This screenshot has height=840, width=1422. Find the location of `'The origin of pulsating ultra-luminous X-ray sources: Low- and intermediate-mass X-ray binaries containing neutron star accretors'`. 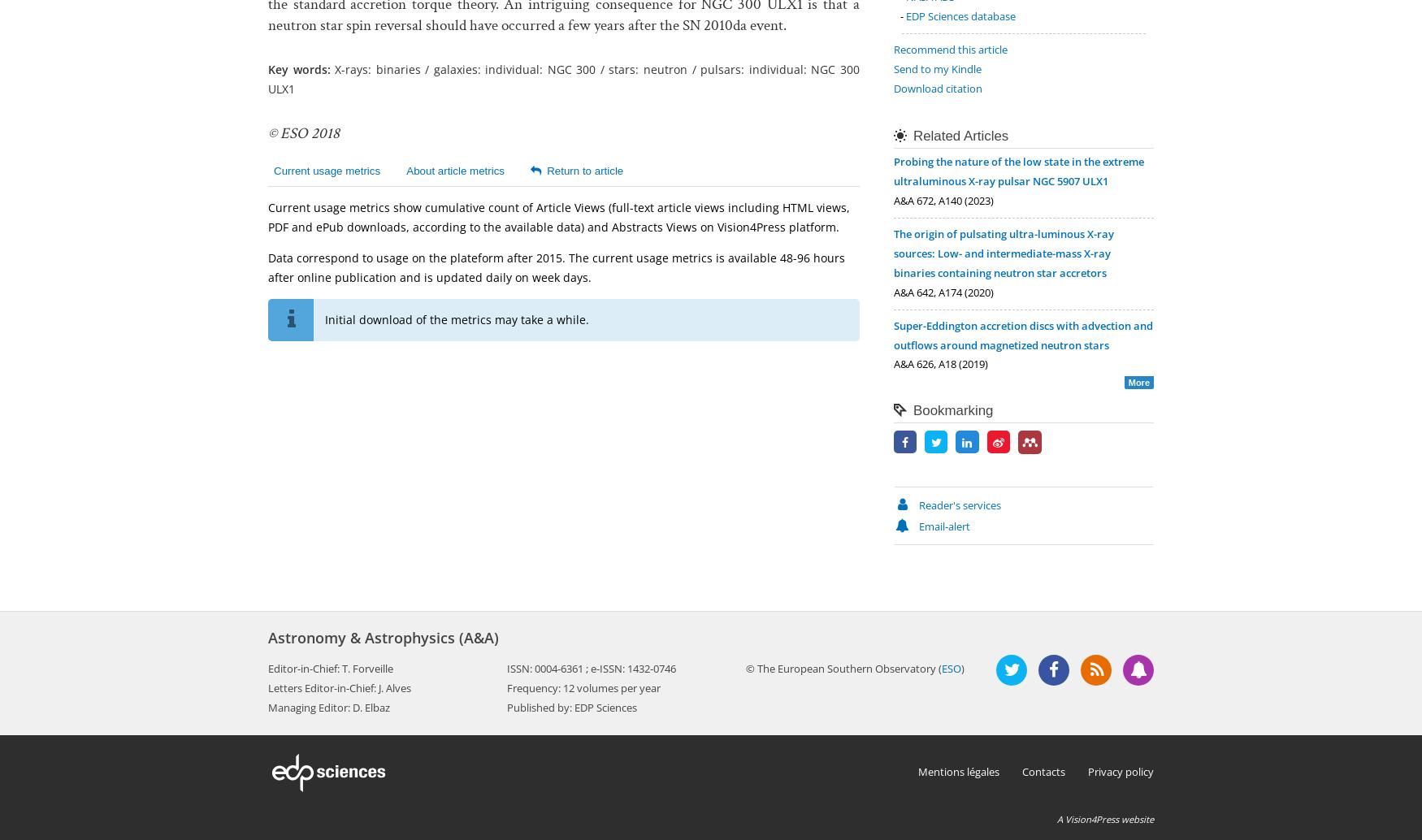

'The origin of pulsating ultra-luminous X-ray sources: Low- and intermediate-mass X-ray binaries containing neutron star accretors' is located at coordinates (1004, 252).